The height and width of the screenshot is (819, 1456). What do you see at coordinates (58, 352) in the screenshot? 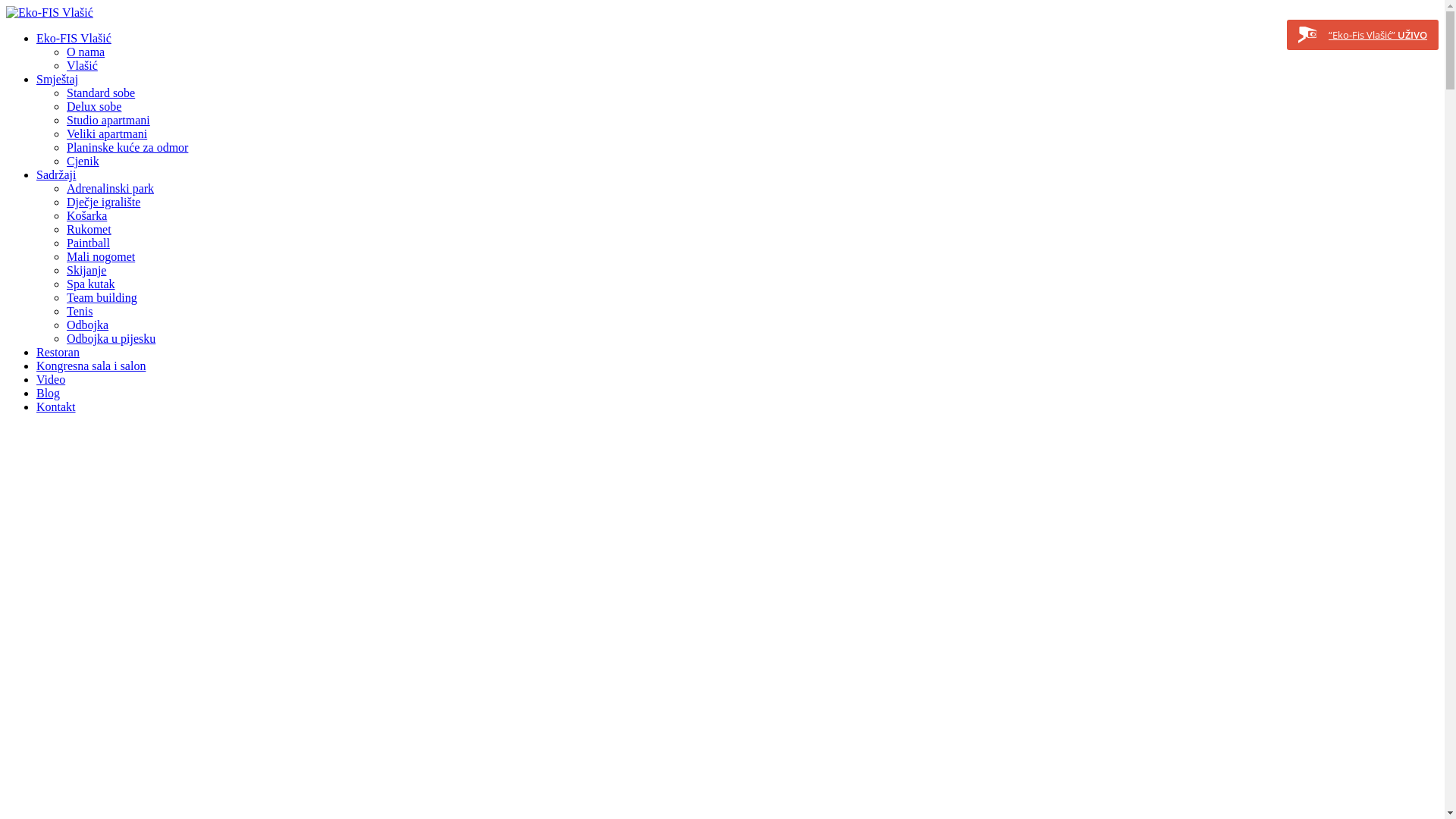
I see `'Restoran'` at bounding box center [58, 352].